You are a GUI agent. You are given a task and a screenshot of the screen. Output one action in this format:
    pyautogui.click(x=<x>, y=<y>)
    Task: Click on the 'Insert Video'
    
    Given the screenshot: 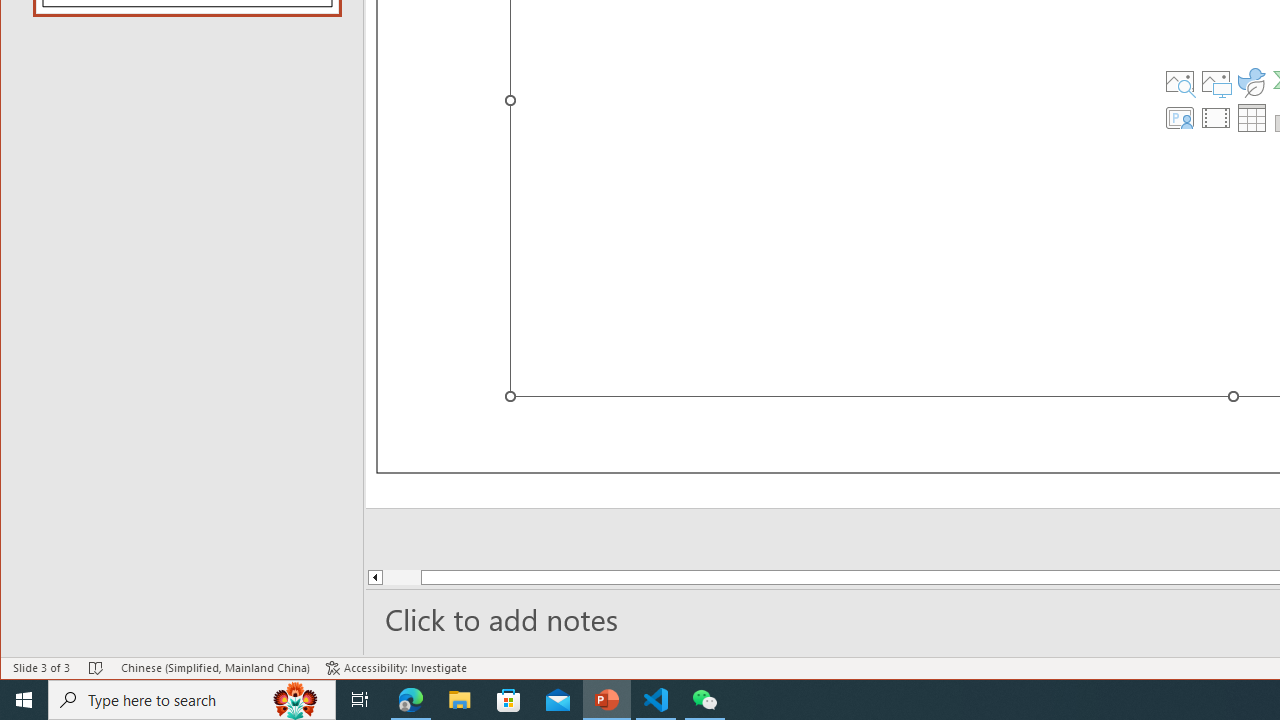 What is the action you would take?
    pyautogui.click(x=1215, y=118)
    